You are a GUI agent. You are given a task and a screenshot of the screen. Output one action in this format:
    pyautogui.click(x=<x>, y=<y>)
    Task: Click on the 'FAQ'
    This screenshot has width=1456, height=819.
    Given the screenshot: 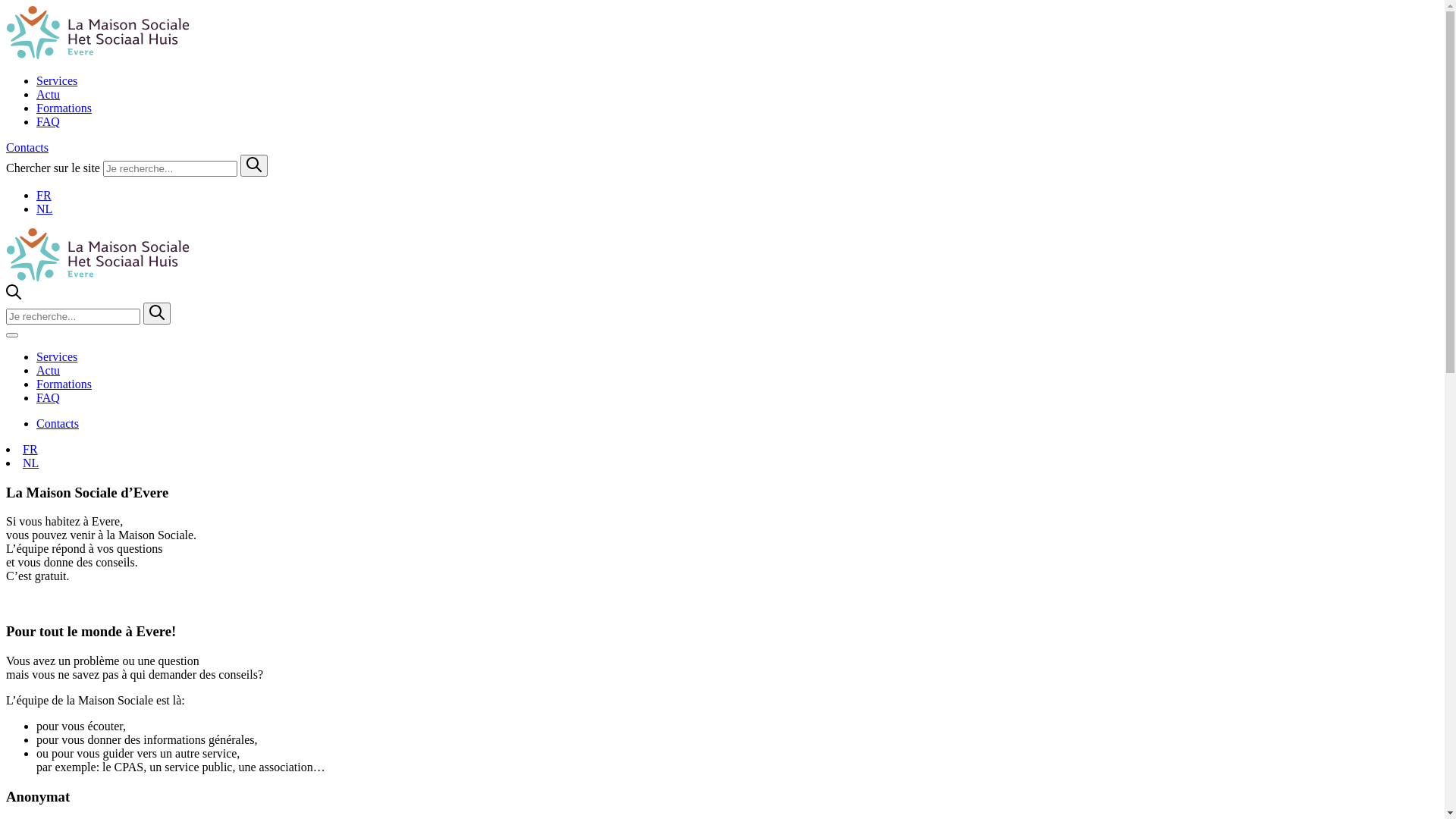 What is the action you would take?
    pyautogui.click(x=48, y=397)
    